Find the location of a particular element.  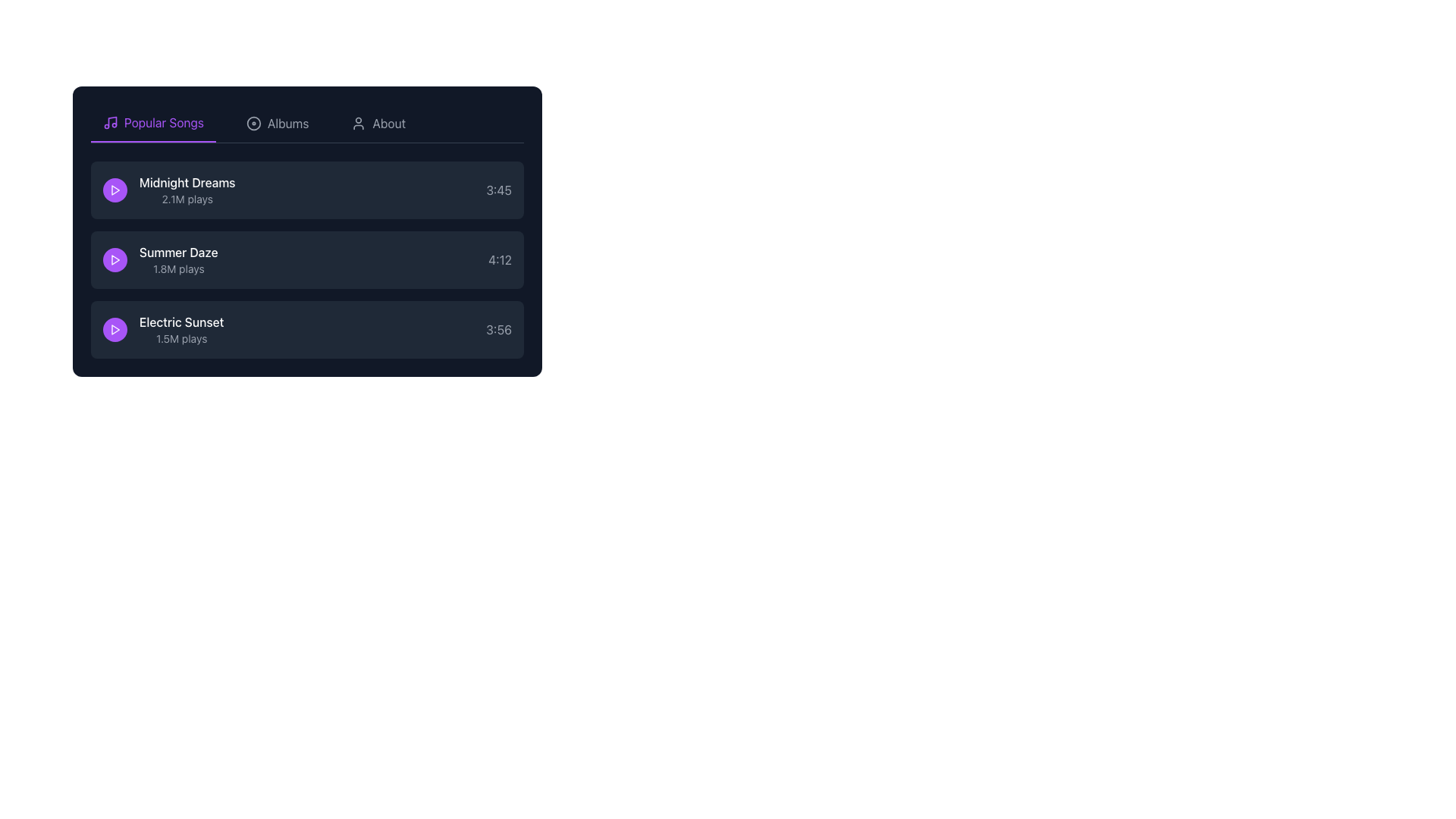

the 'About' navigation button, which features text and a user icon is located at coordinates (378, 122).